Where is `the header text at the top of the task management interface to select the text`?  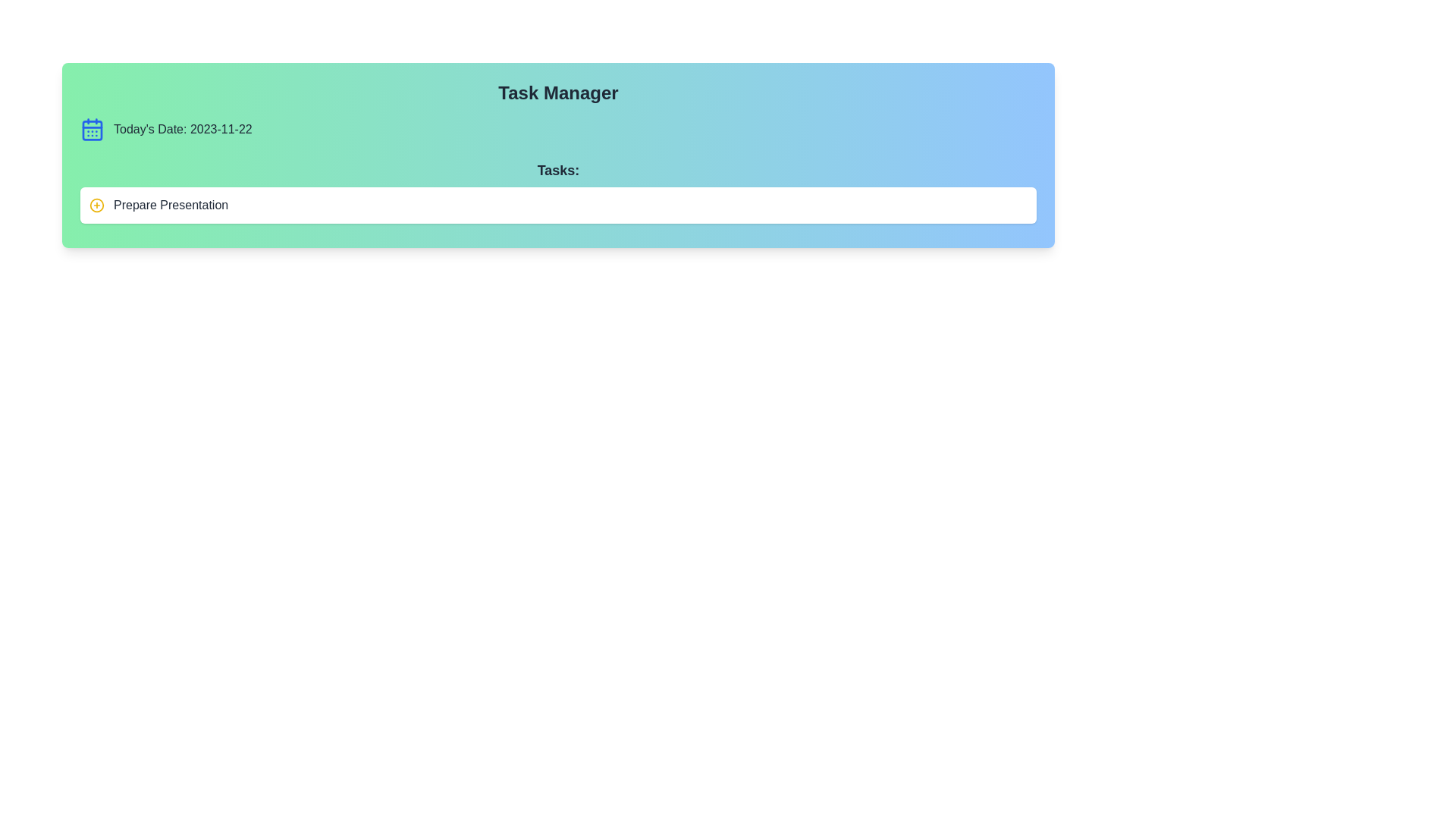 the header text at the top of the task management interface to select the text is located at coordinates (557, 93).